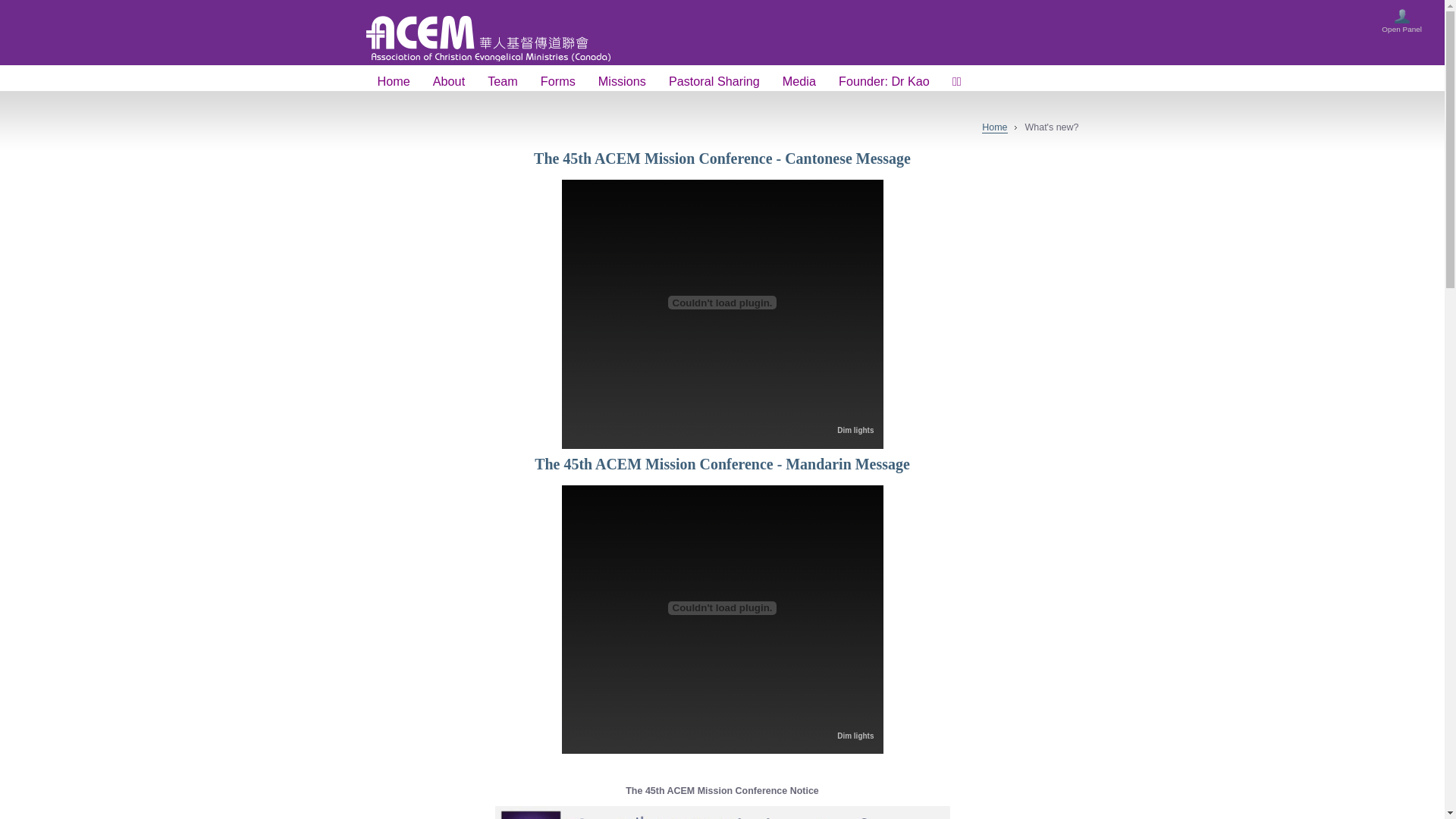 This screenshot has width=1456, height=819. I want to click on 'JoomlaWorks AllVideos Player', so click(720, 607).